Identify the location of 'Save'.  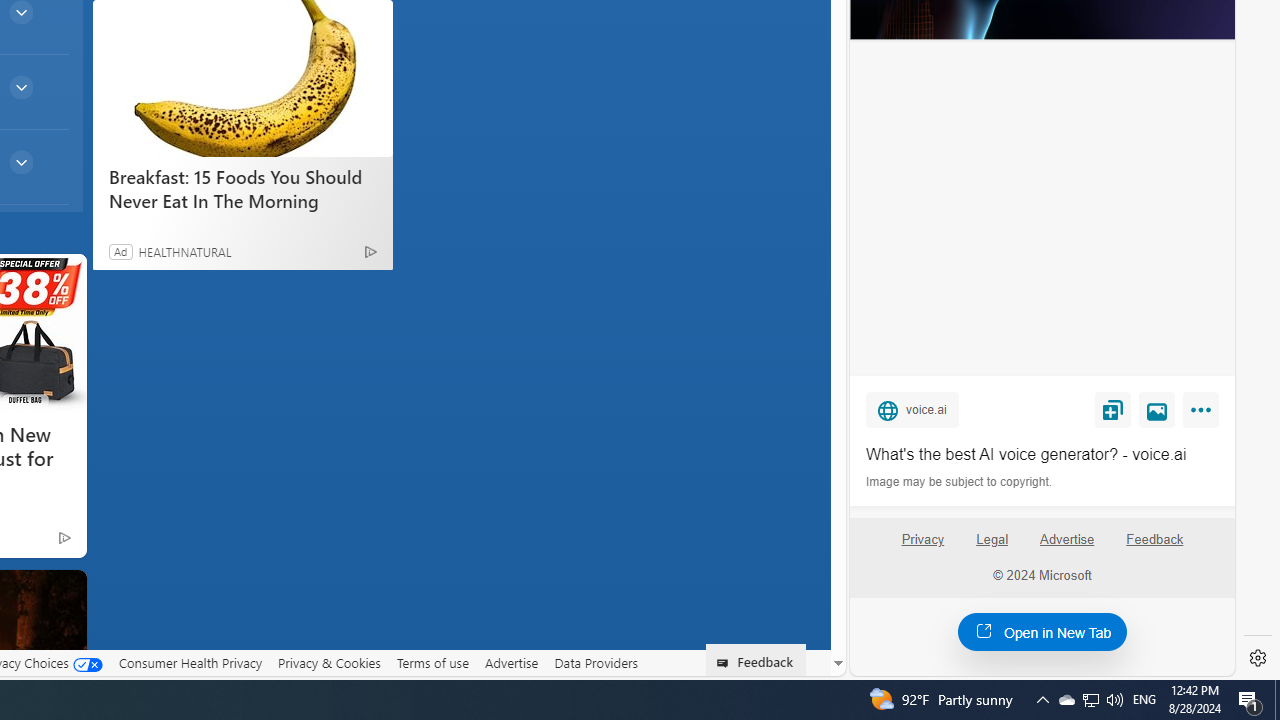
(1111, 408).